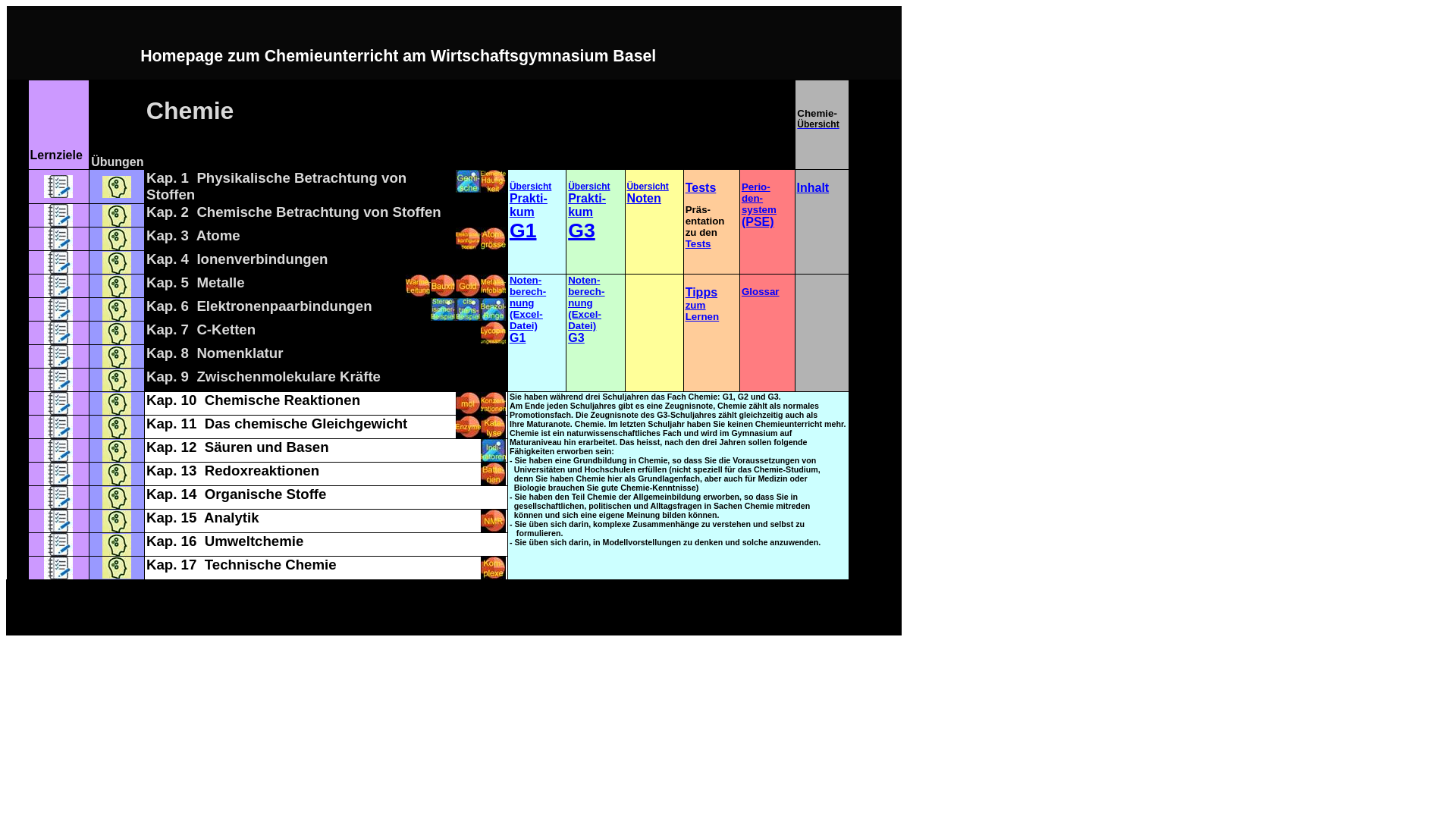 This screenshot has width=1456, height=819. What do you see at coordinates (528, 197) in the screenshot?
I see `'Prakti-'` at bounding box center [528, 197].